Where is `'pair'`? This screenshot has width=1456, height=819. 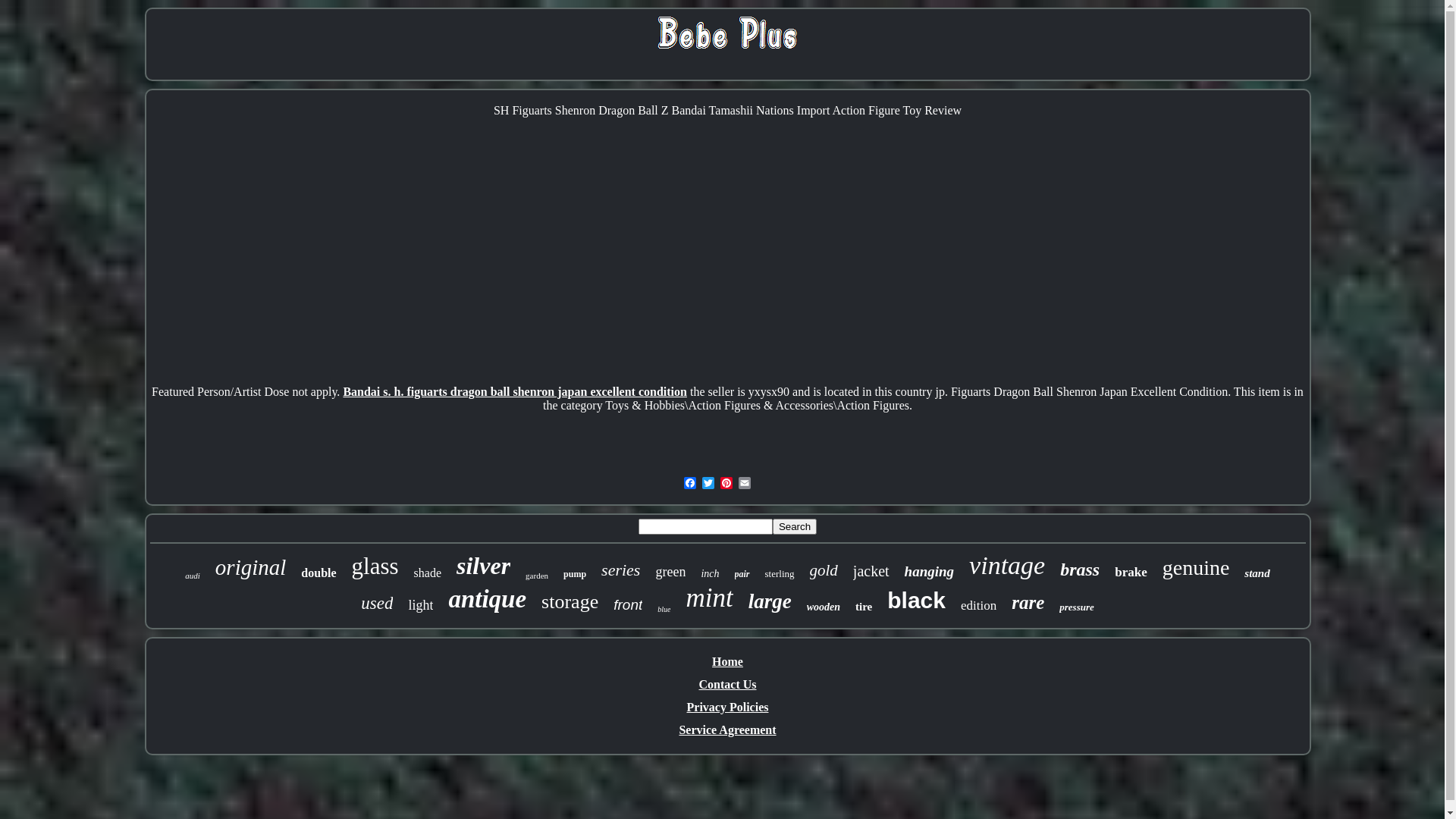
'pair' is located at coordinates (734, 574).